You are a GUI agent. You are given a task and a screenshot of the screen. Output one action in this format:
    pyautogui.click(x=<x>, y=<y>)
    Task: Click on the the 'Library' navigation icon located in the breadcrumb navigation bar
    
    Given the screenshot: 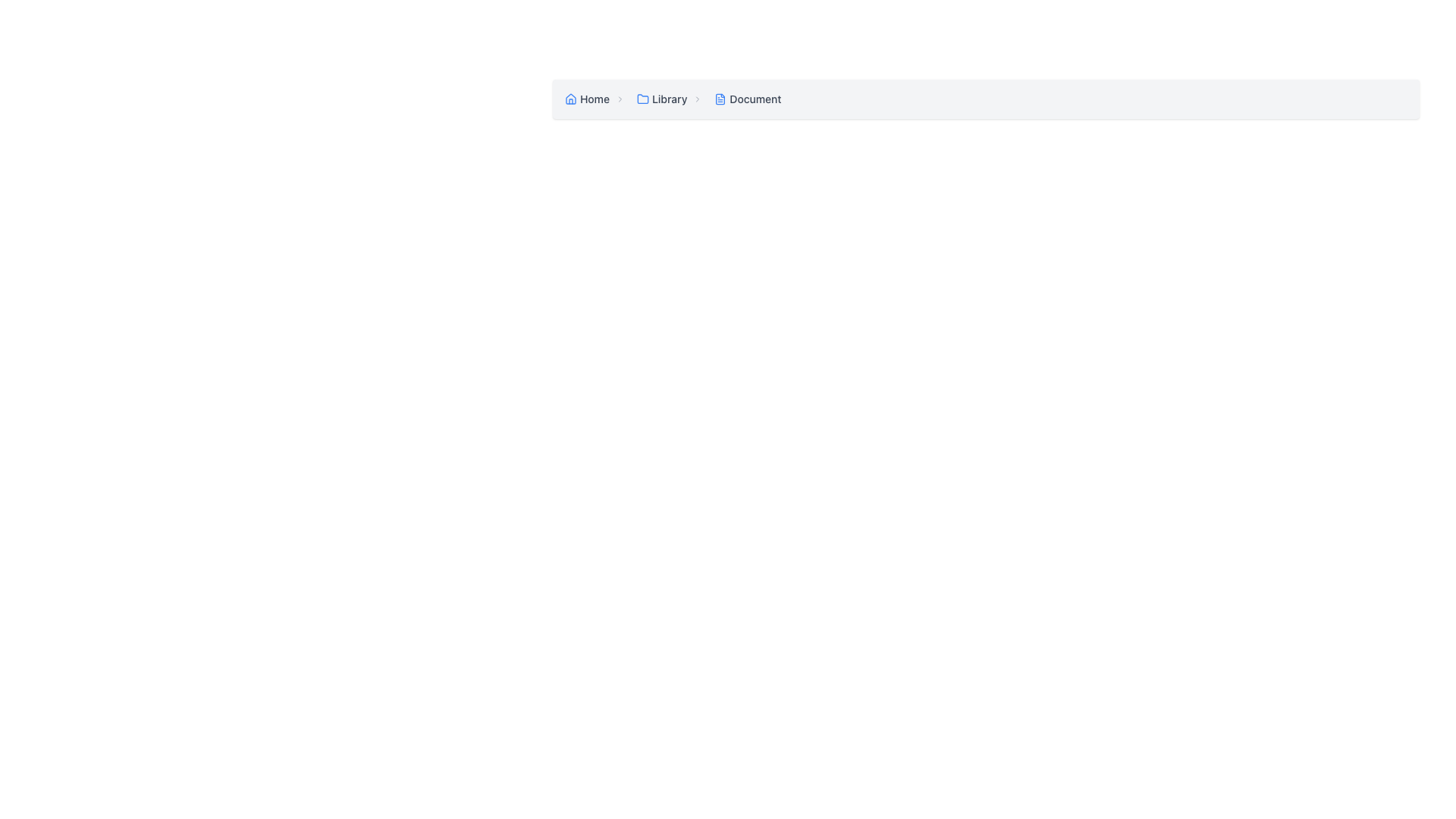 What is the action you would take?
    pyautogui.click(x=643, y=99)
    